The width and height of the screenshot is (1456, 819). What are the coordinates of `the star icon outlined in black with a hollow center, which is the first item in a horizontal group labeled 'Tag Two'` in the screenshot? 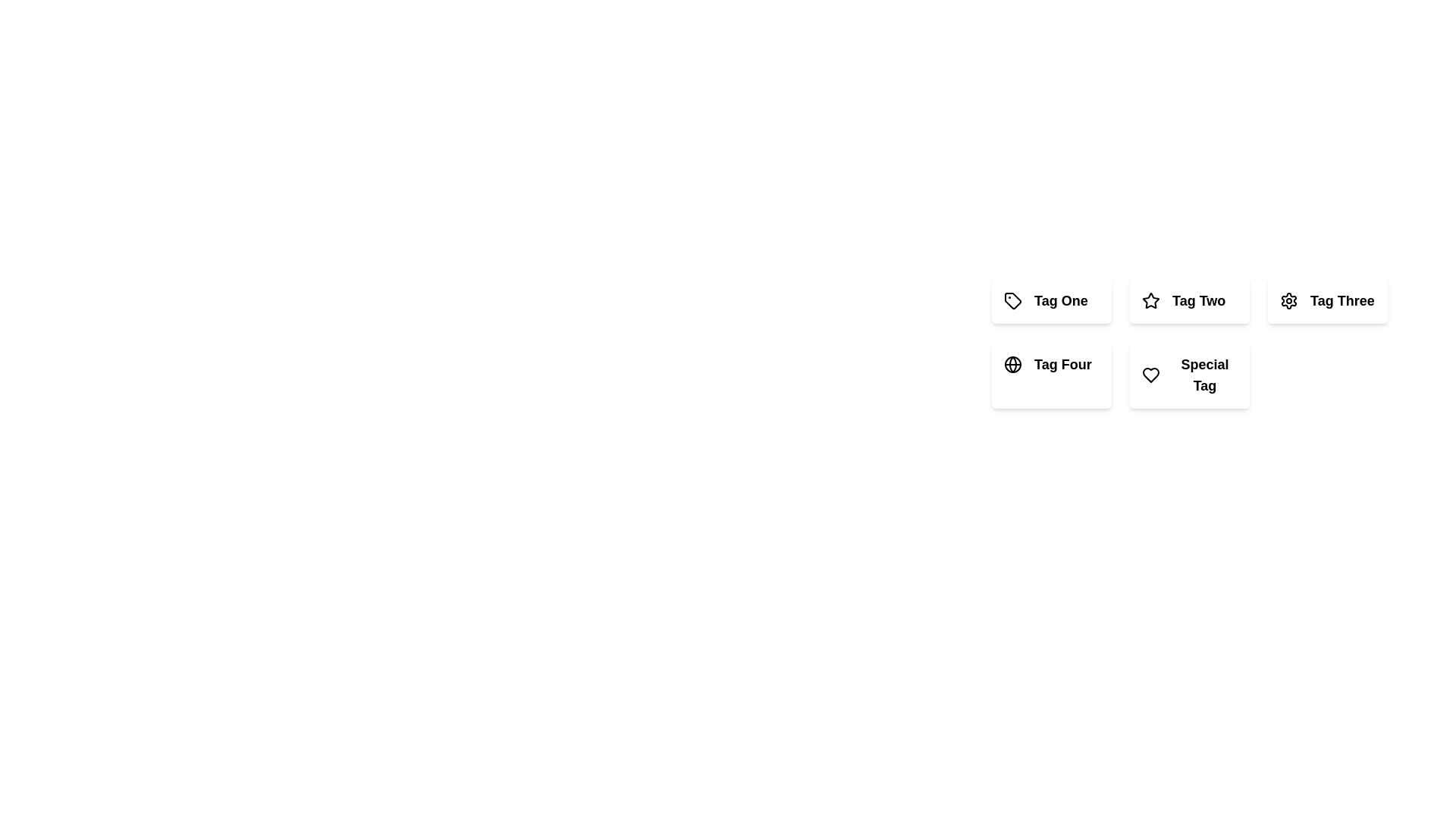 It's located at (1150, 301).